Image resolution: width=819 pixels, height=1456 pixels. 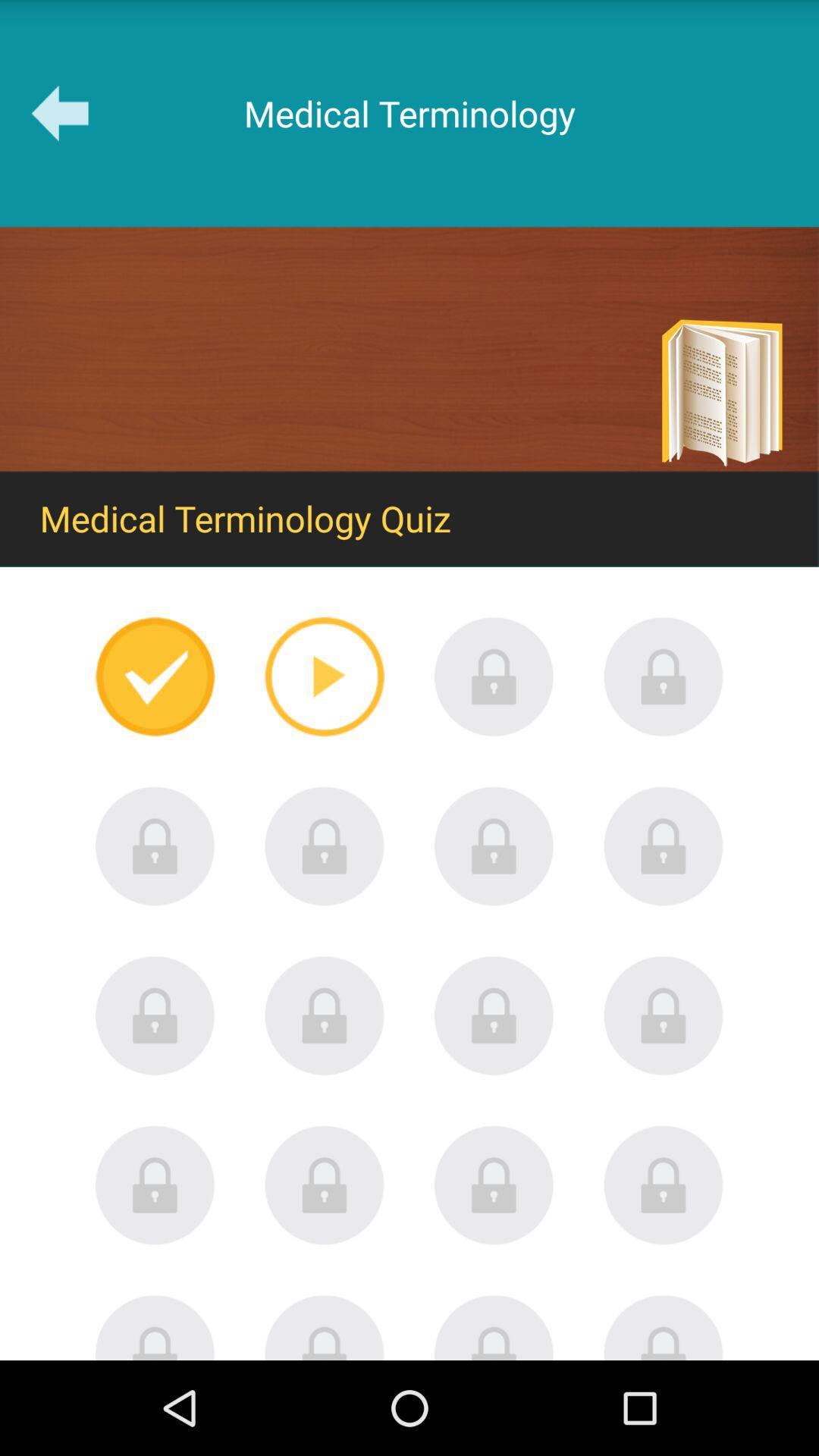 I want to click on locked key, so click(x=494, y=1185).